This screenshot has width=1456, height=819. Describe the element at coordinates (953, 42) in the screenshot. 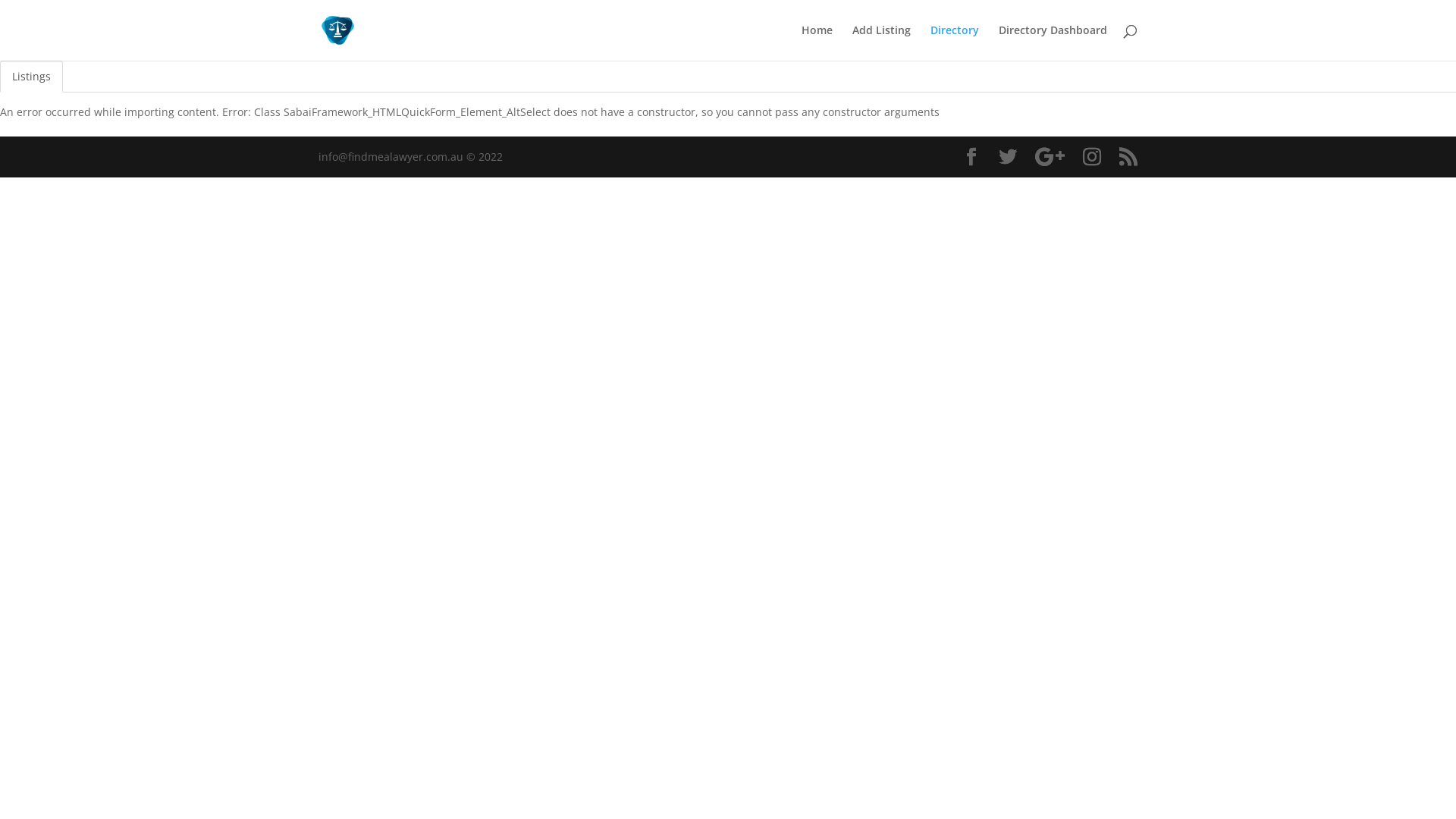

I see `'Directory'` at that location.